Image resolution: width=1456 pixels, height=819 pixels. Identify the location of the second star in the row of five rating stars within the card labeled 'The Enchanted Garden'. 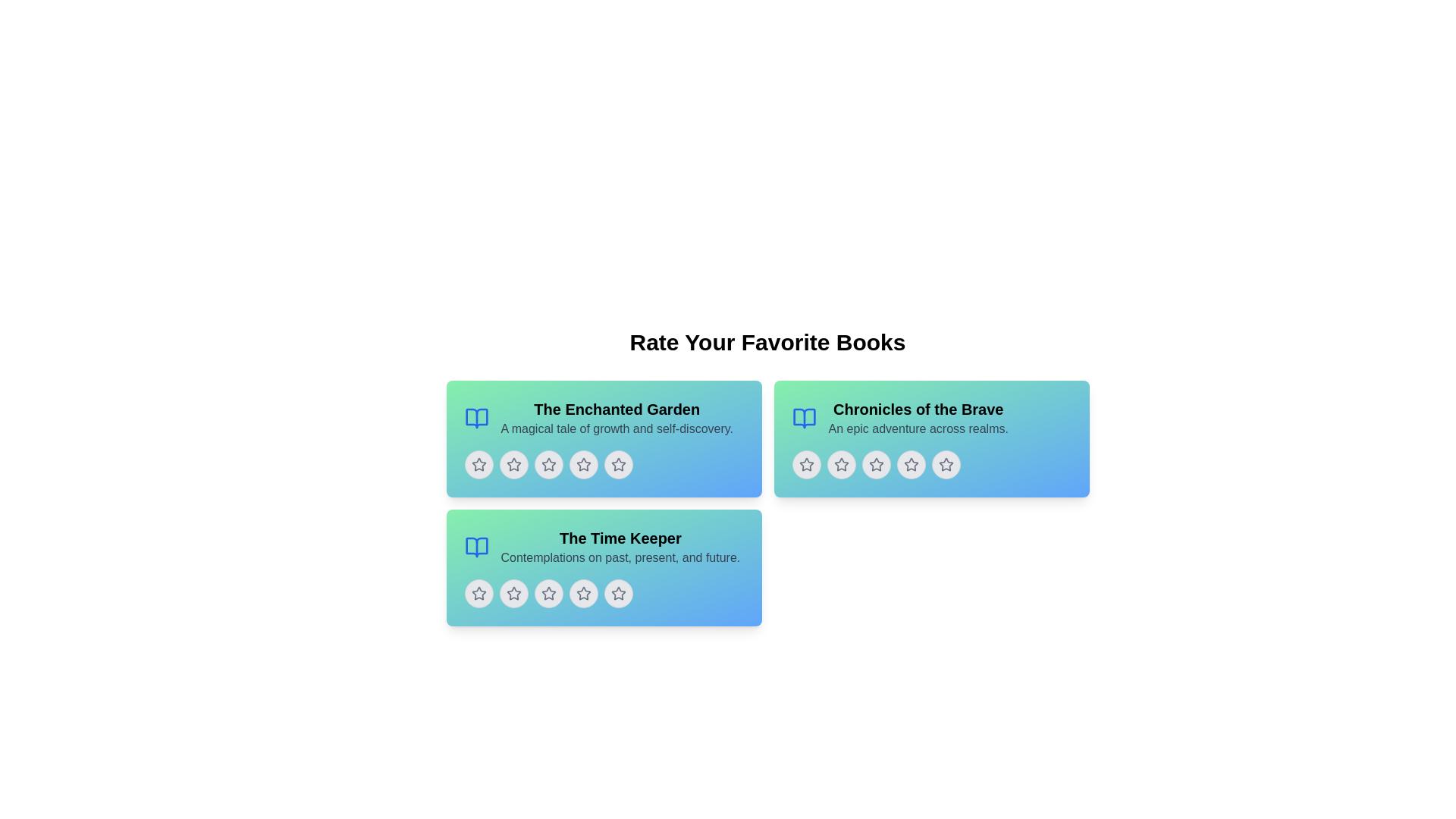
(513, 464).